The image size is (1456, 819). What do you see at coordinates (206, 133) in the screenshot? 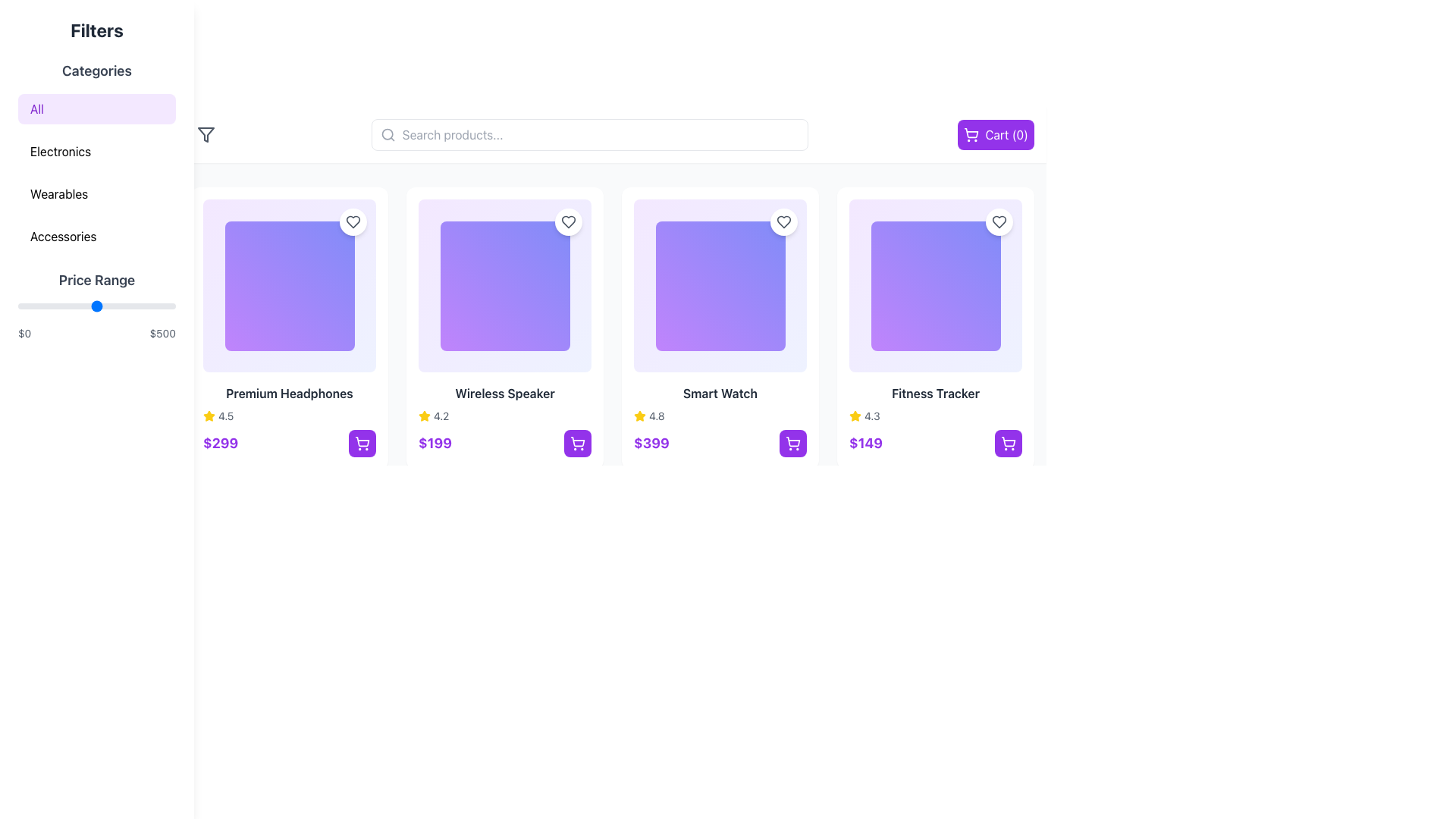
I see `the button situated in the top-left section of the main interface, immediately next to the search bar, to possibly reveal a tooltip` at bounding box center [206, 133].